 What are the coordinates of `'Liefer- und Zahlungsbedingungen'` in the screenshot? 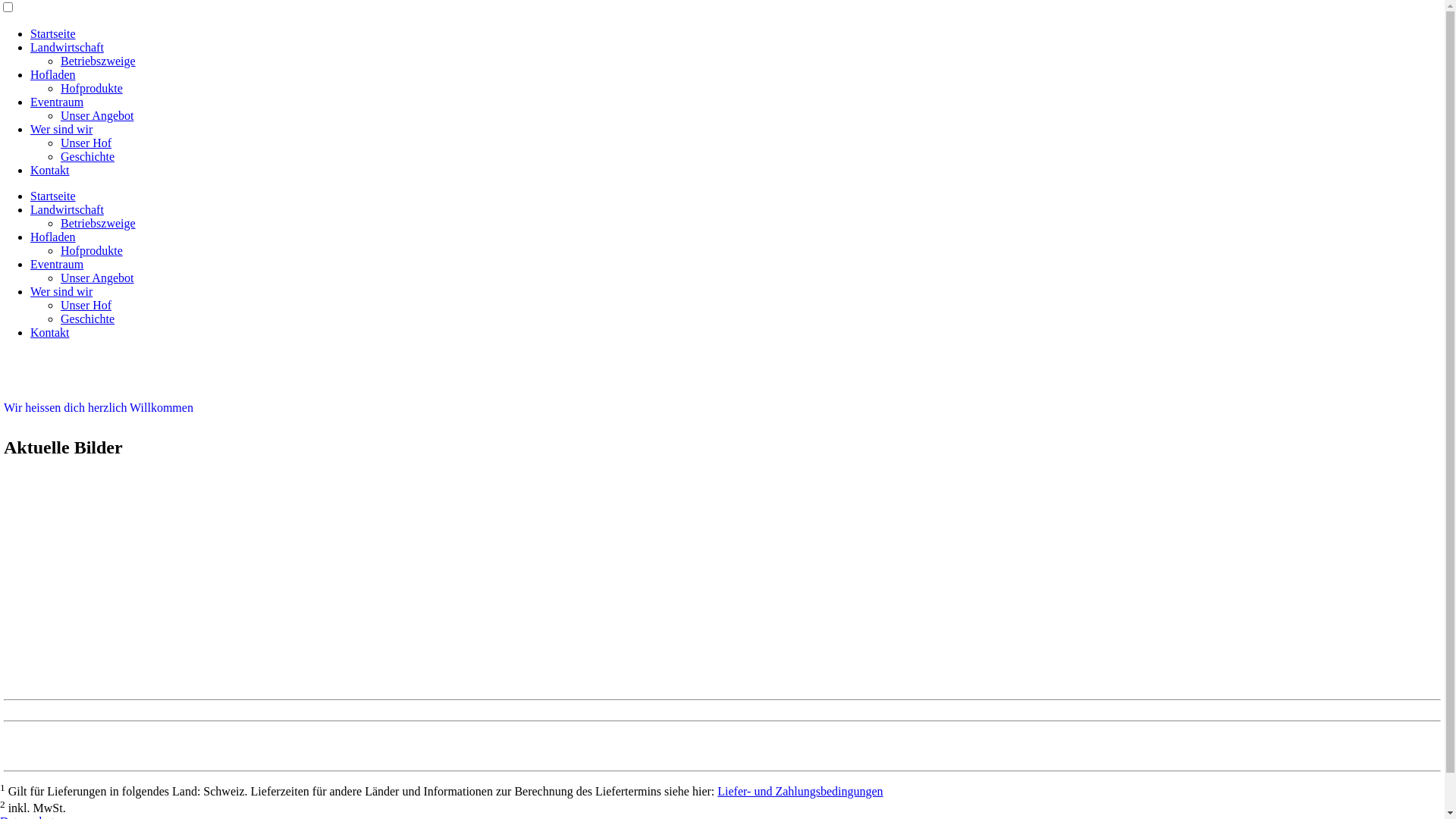 It's located at (799, 790).